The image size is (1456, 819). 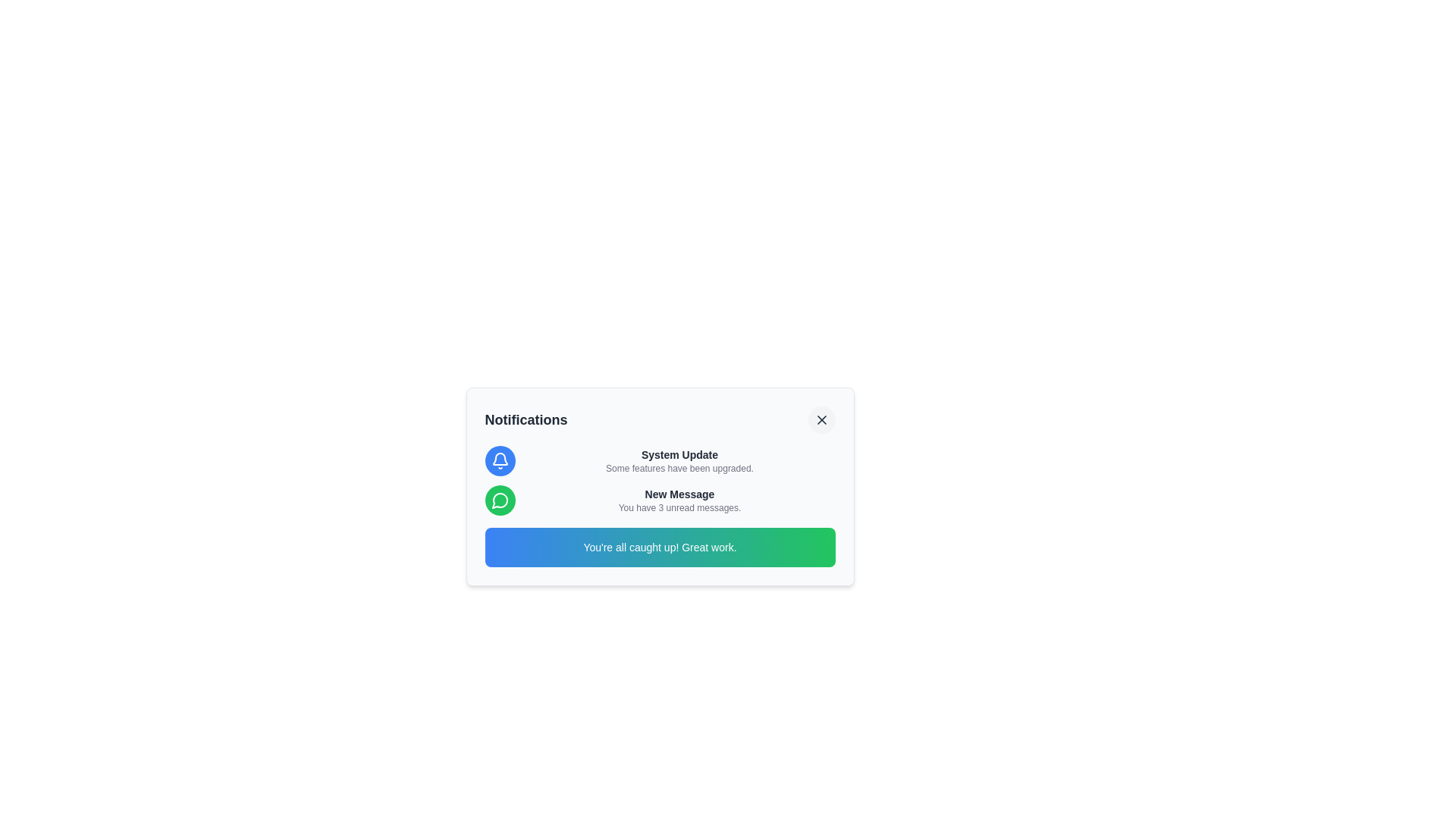 What do you see at coordinates (660, 460) in the screenshot?
I see `the first notification item that provides information about a system update, located below the 'Notifications' header and above the 'New Message' notification item` at bounding box center [660, 460].